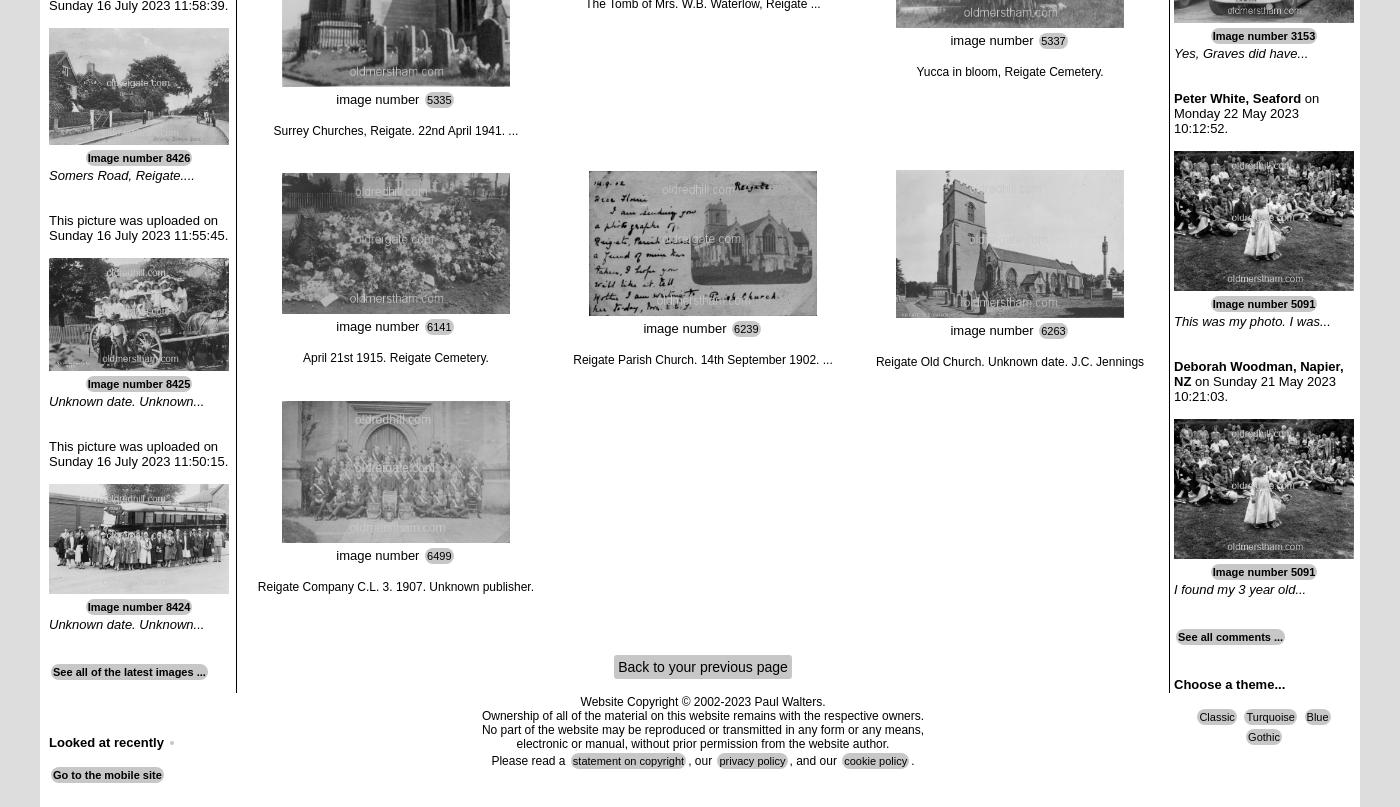  Describe the element at coordinates (395, 129) in the screenshot. I see `'Surrey Churches, Reigate. 22nd April 1941. ...'` at that location.